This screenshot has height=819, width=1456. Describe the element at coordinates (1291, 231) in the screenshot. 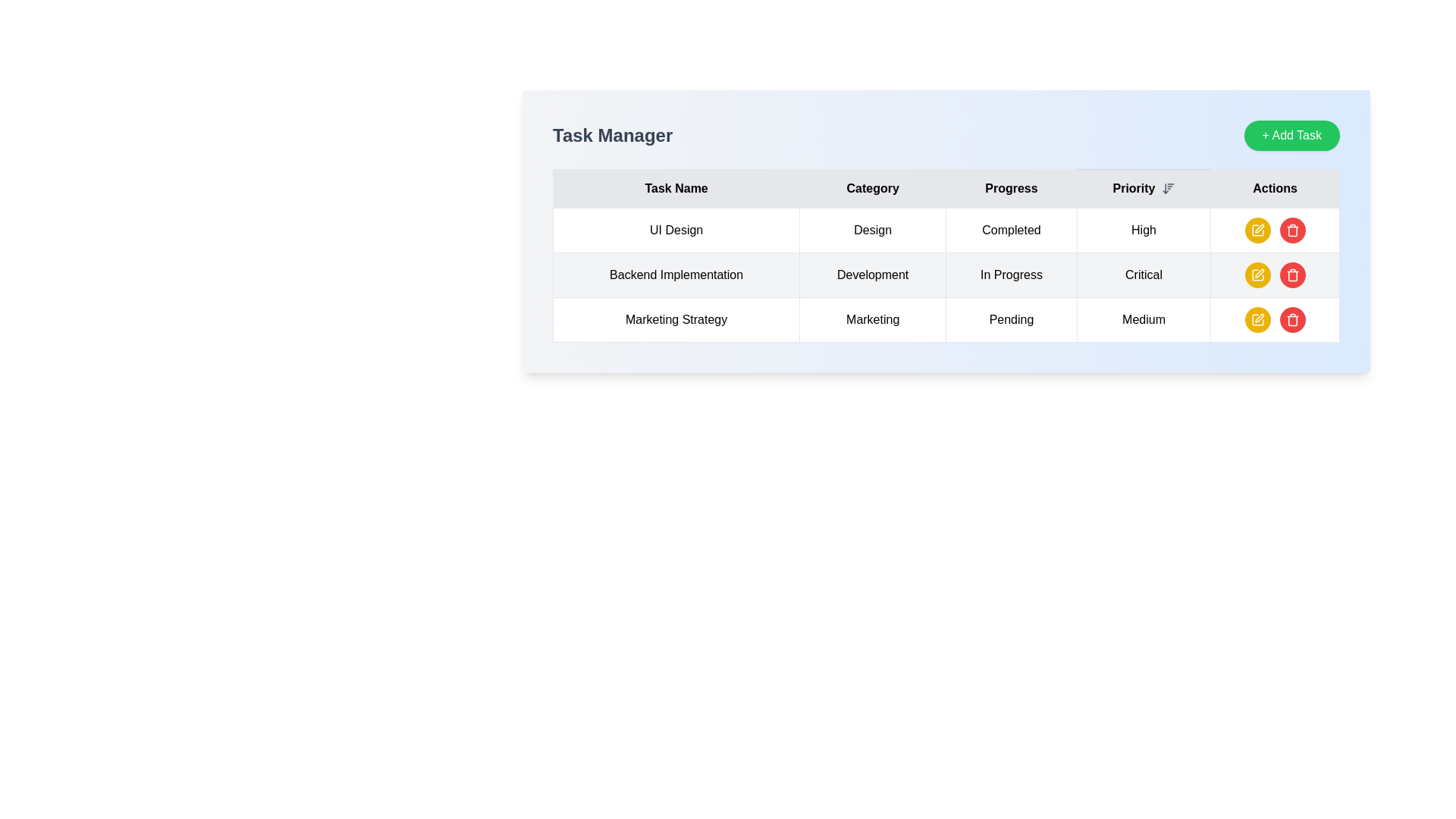

I see `the delete button in the 'Actions' column of the first row of the table` at that location.